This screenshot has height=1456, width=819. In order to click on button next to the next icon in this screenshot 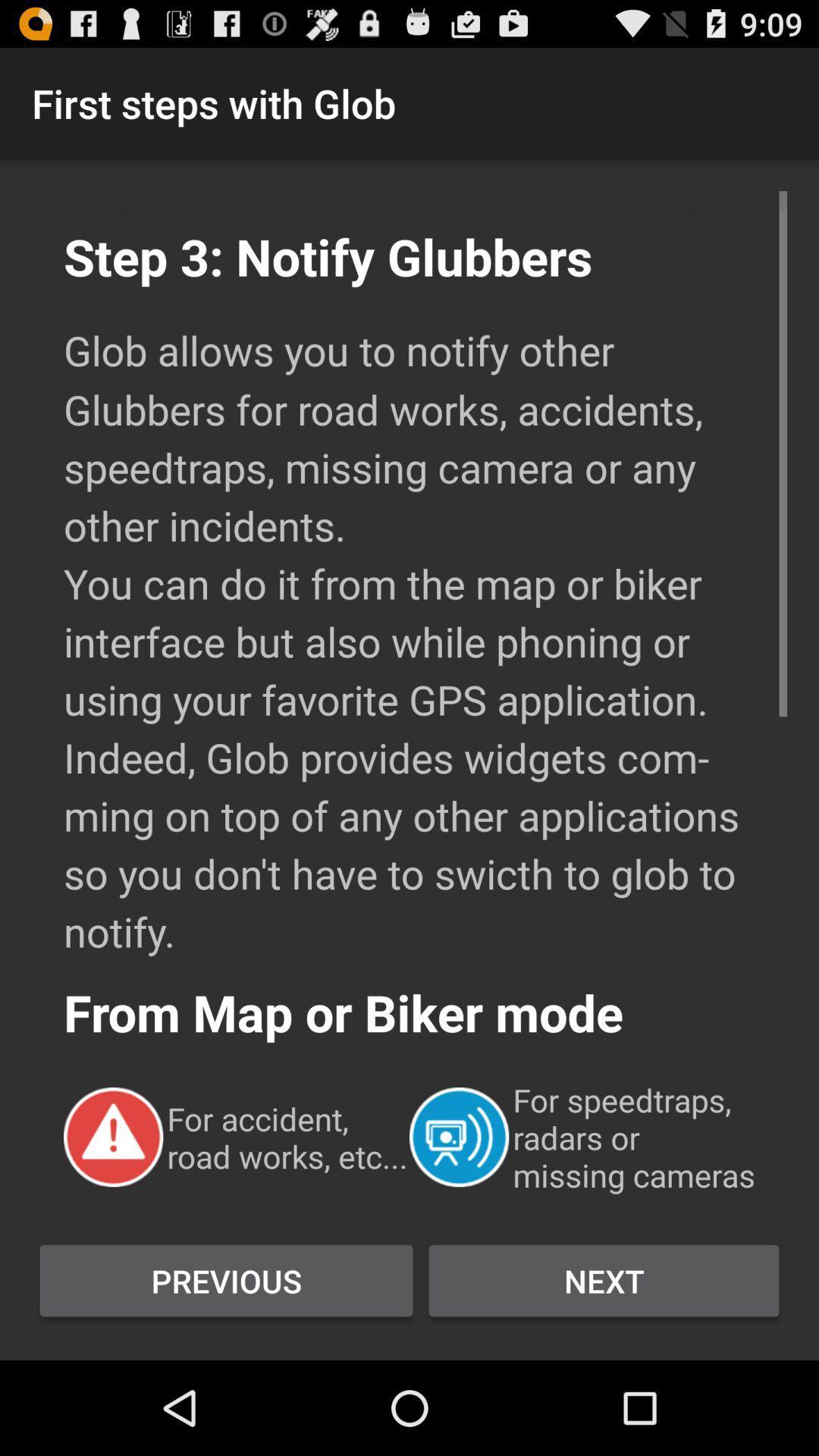, I will do `click(226, 1280)`.